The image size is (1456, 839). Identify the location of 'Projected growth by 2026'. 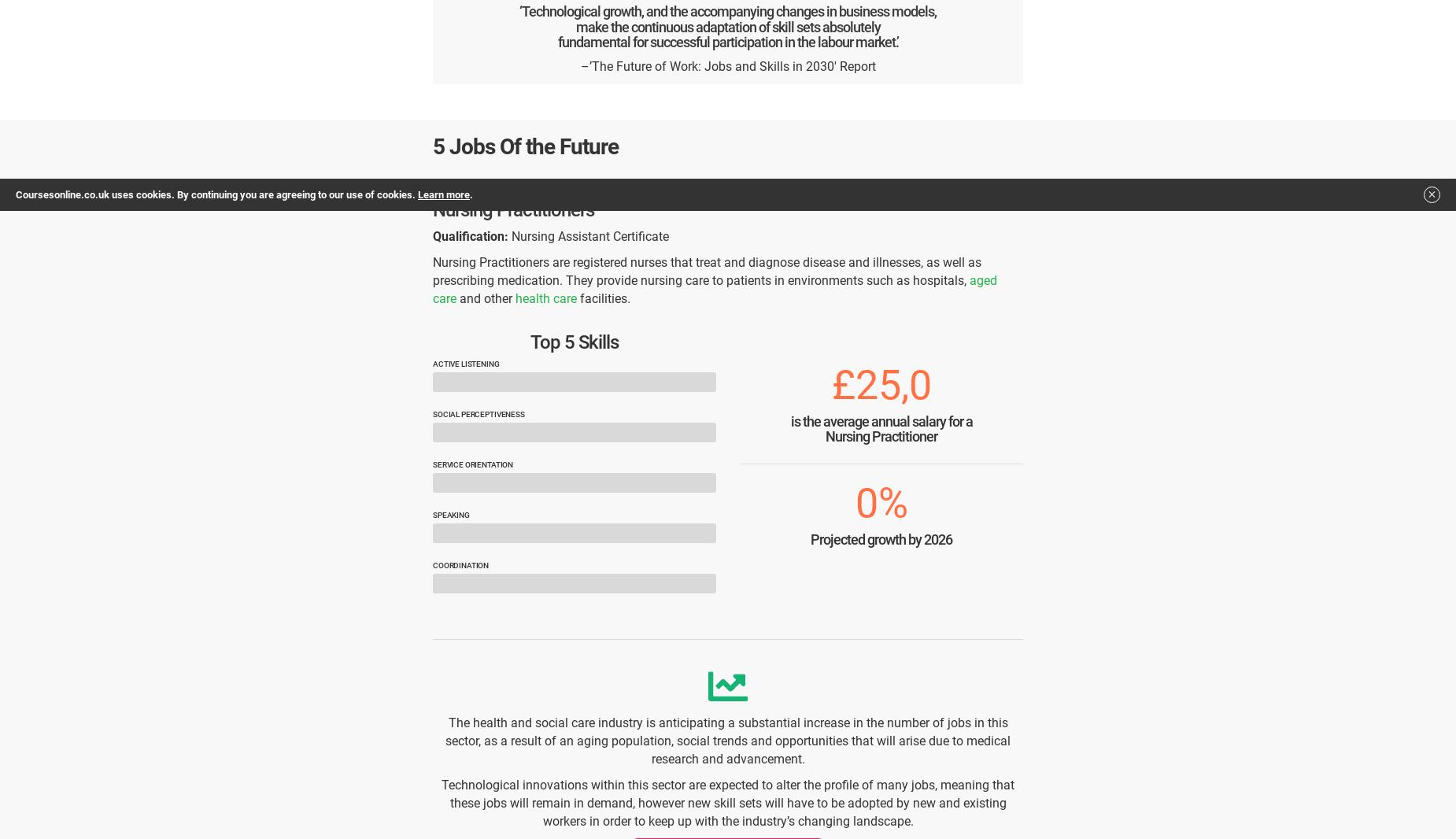
(880, 538).